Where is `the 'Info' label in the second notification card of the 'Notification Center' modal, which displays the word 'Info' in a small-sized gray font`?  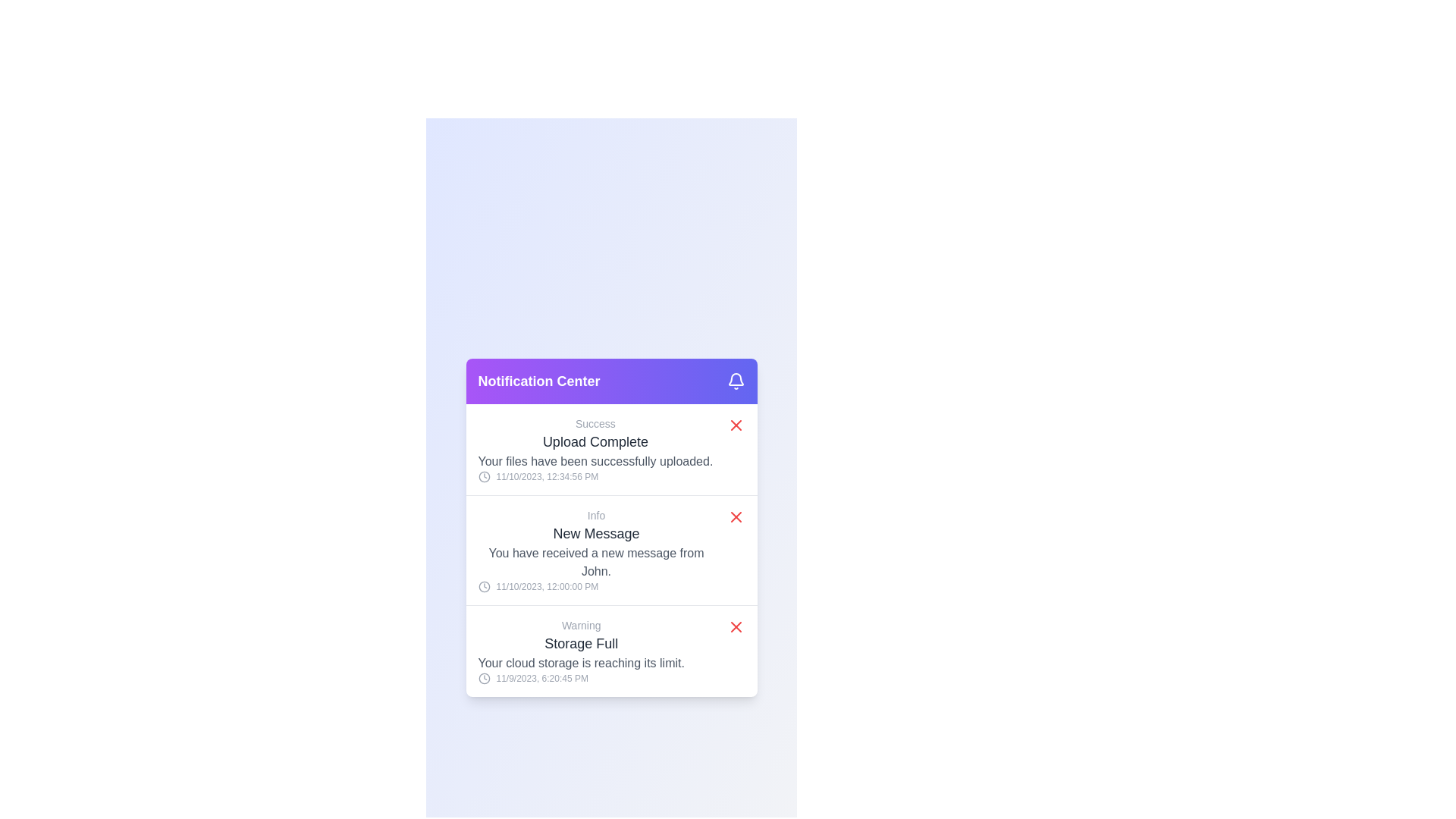
the 'Info' label in the second notification card of the 'Notification Center' modal, which displays the word 'Info' in a small-sized gray font is located at coordinates (595, 514).